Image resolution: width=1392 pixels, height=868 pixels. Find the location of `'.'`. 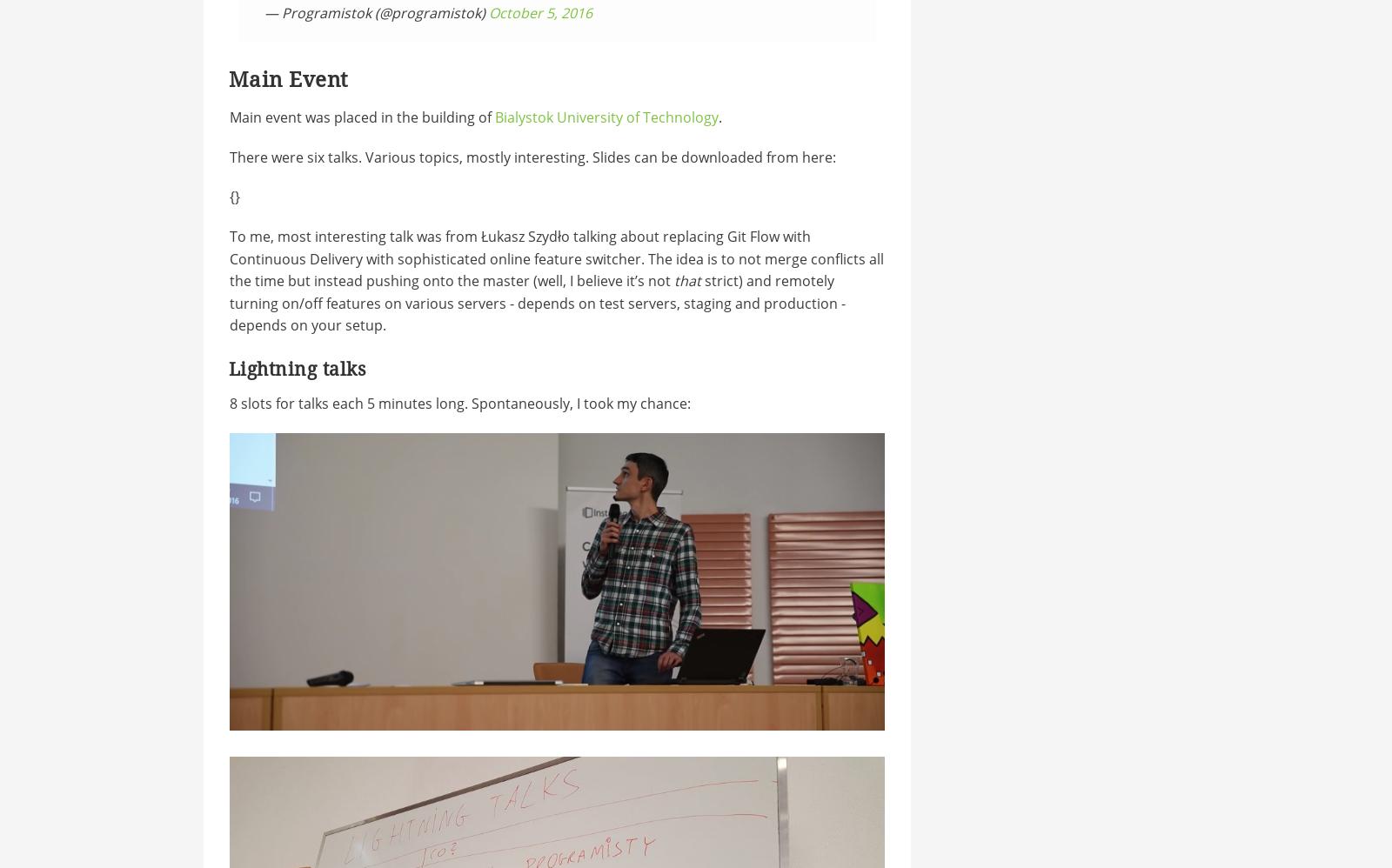

'.' is located at coordinates (719, 117).